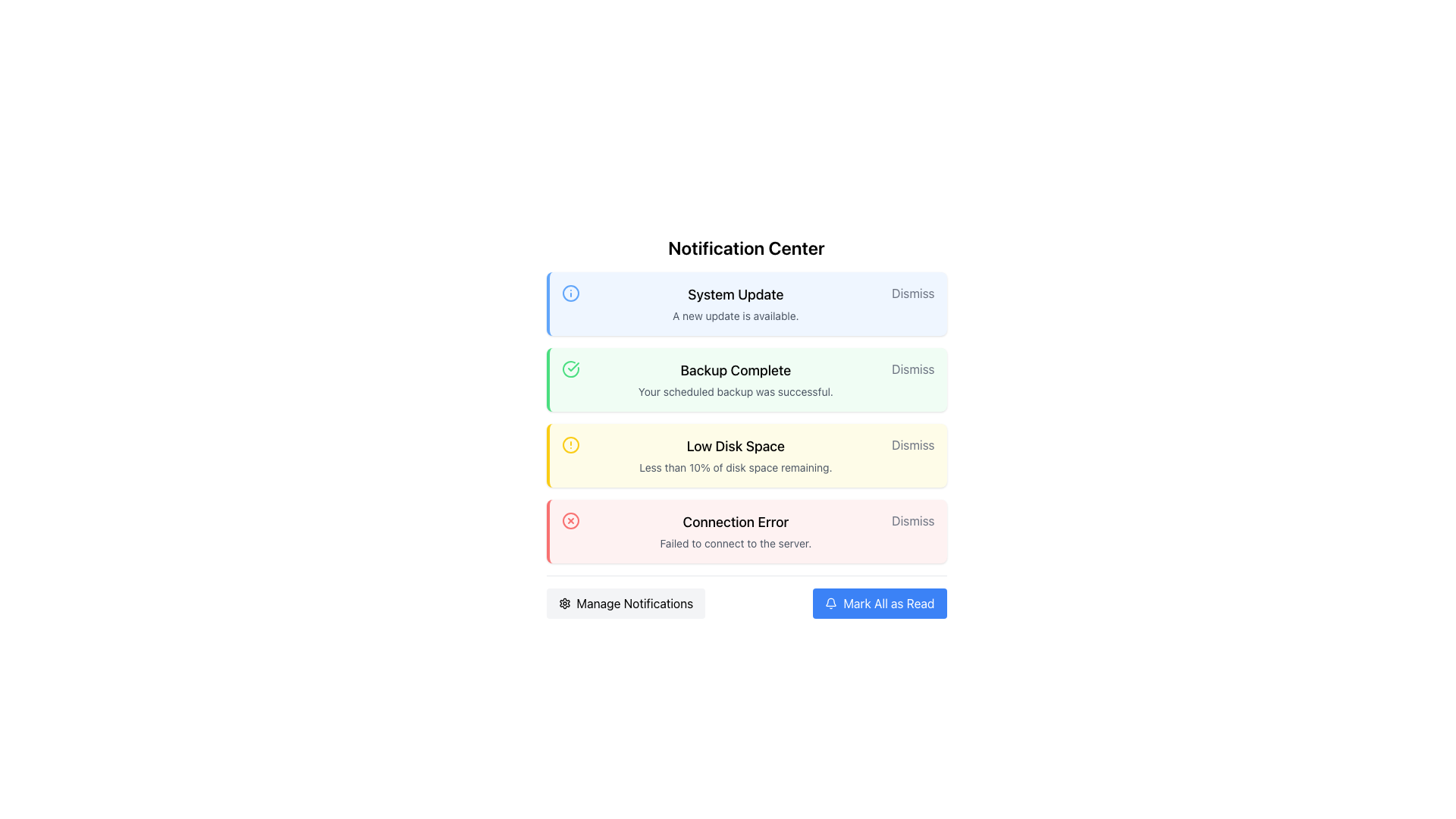 The height and width of the screenshot is (819, 1456). What do you see at coordinates (912, 369) in the screenshot?
I see `the dismiss button in the upper right corner of the 'Backup Complete' notification card to change its color` at bounding box center [912, 369].